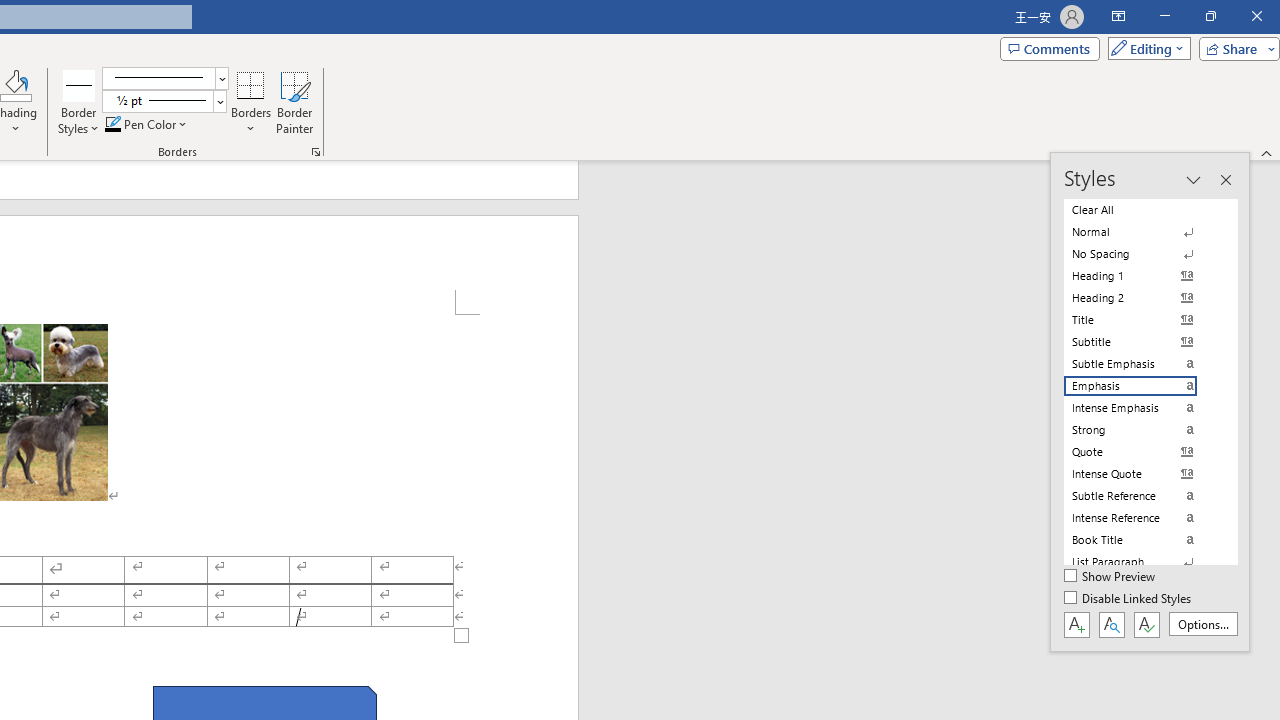  What do you see at coordinates (1142, 363) in the screenshot?
I see `'Subtle Emphasis'` at bounding box center [1142, 363].